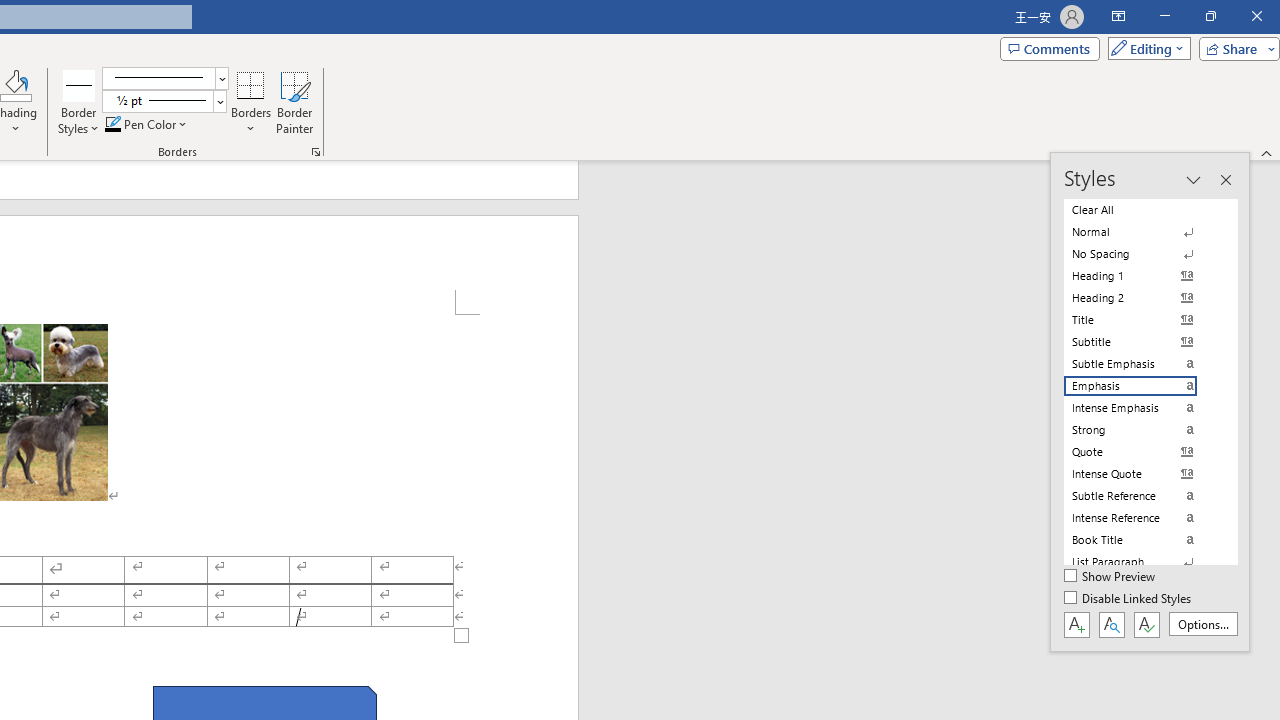  What do you see at coordinates (1142, 363) in the screenshot?
I see `'Subtle Emphasis'` at bounding box center [1142, 363].